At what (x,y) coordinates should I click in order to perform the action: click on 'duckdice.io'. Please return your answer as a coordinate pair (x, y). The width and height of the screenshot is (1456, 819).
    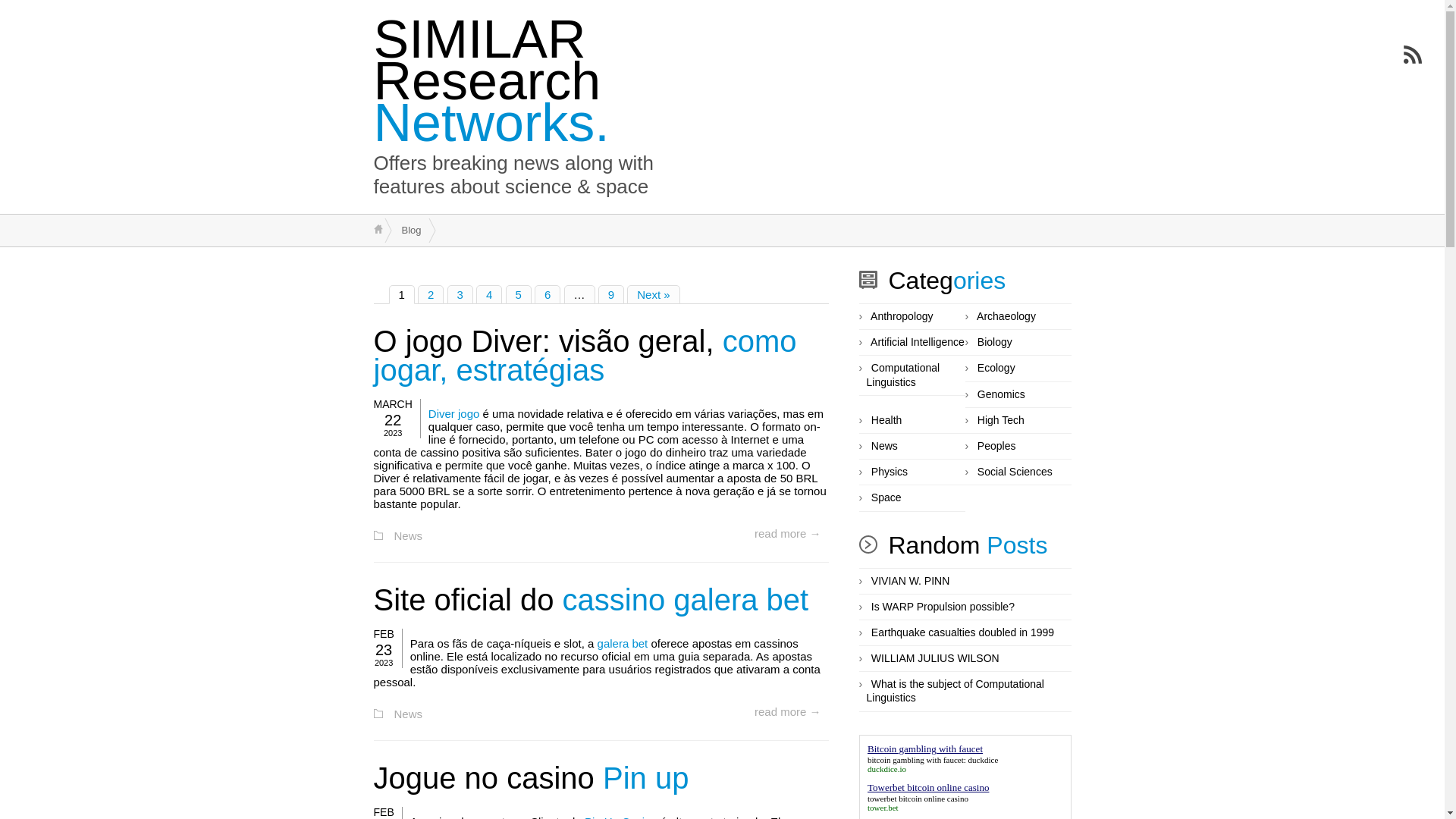
    Looking at the image, I should click on (886, 769).